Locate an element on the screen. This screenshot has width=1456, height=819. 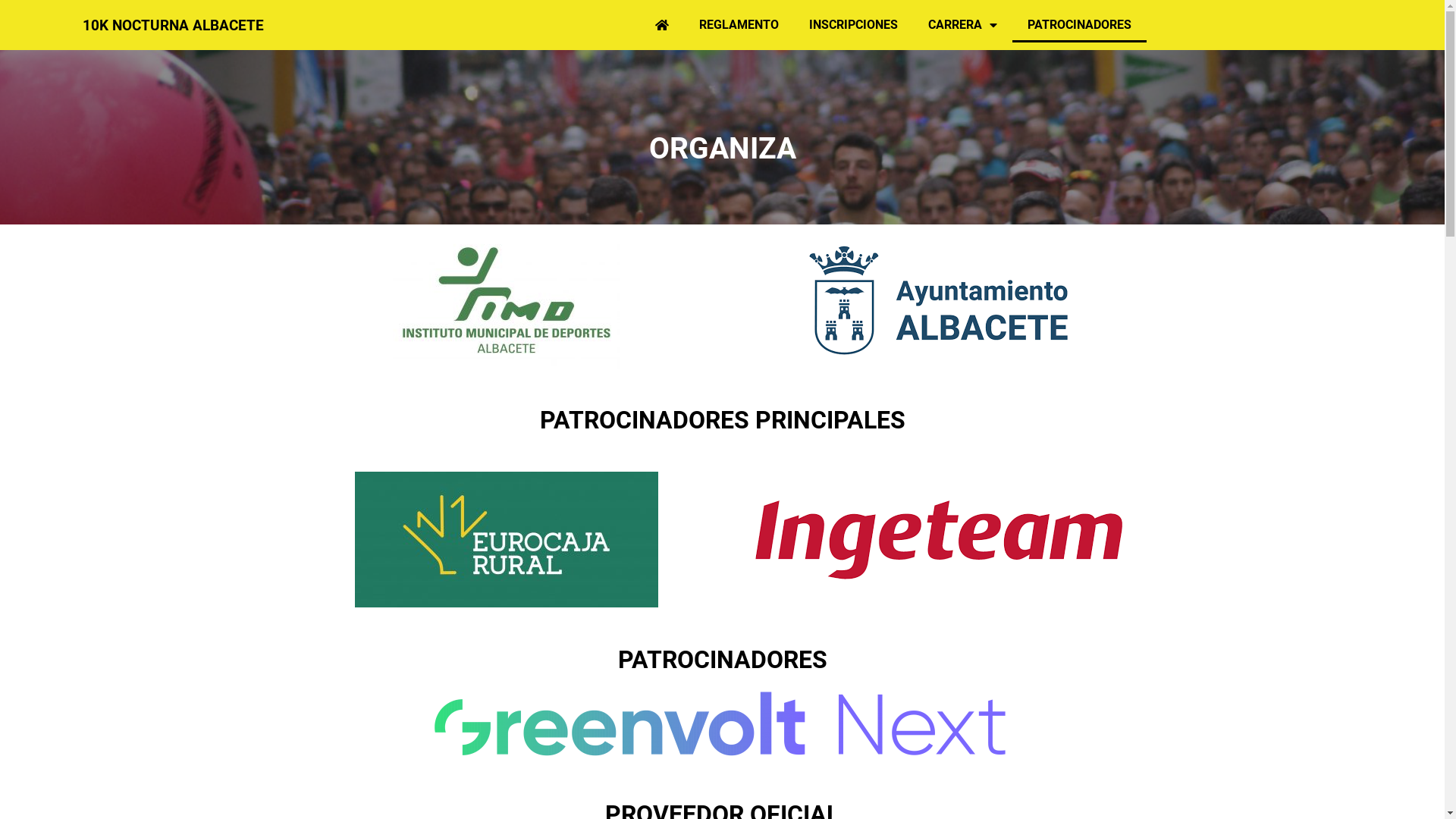
'CARRERA' is located at coordinates (912, 25).